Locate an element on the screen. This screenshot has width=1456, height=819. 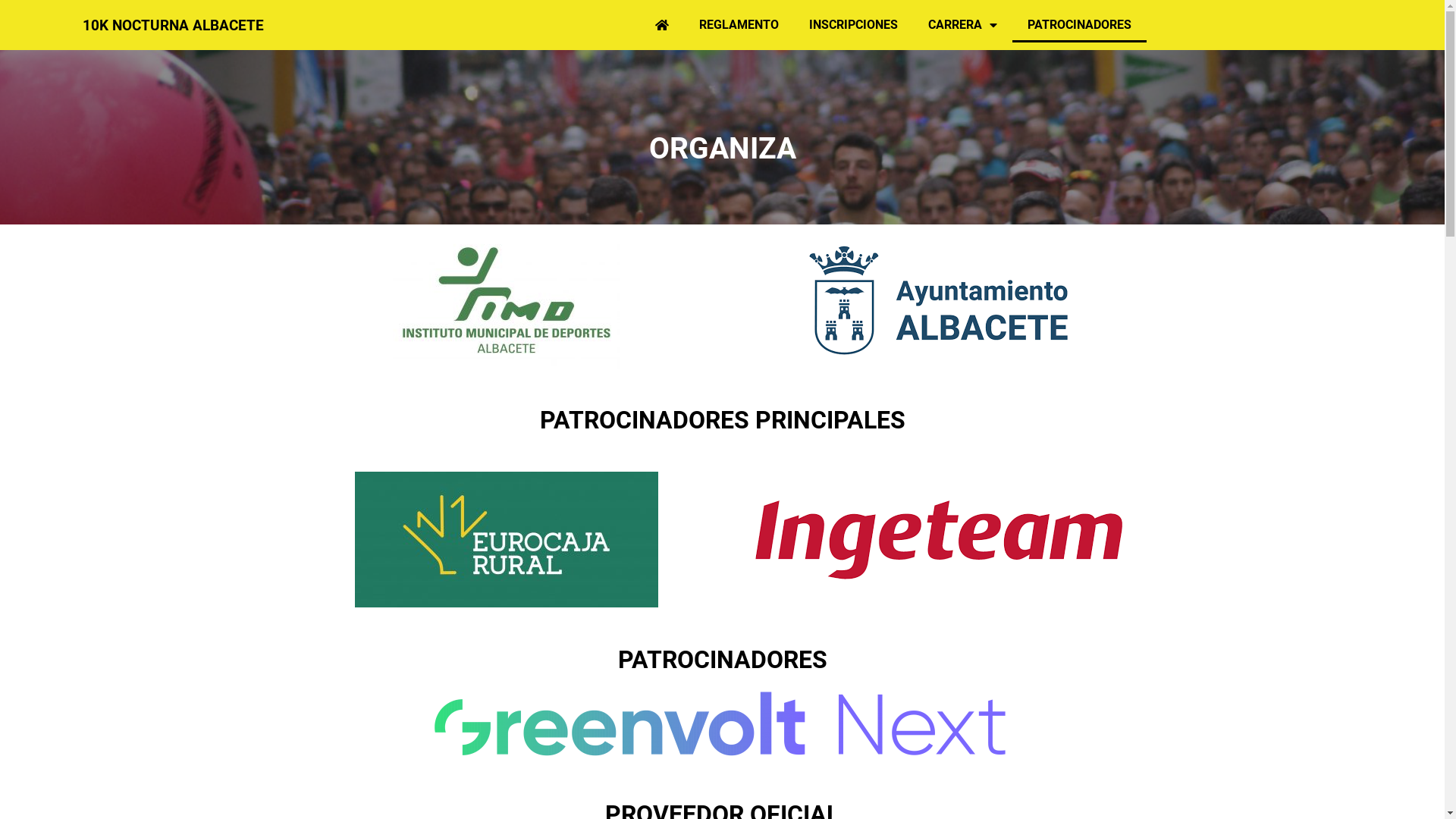
'CARRERA' is located at coordinates (912, 25).